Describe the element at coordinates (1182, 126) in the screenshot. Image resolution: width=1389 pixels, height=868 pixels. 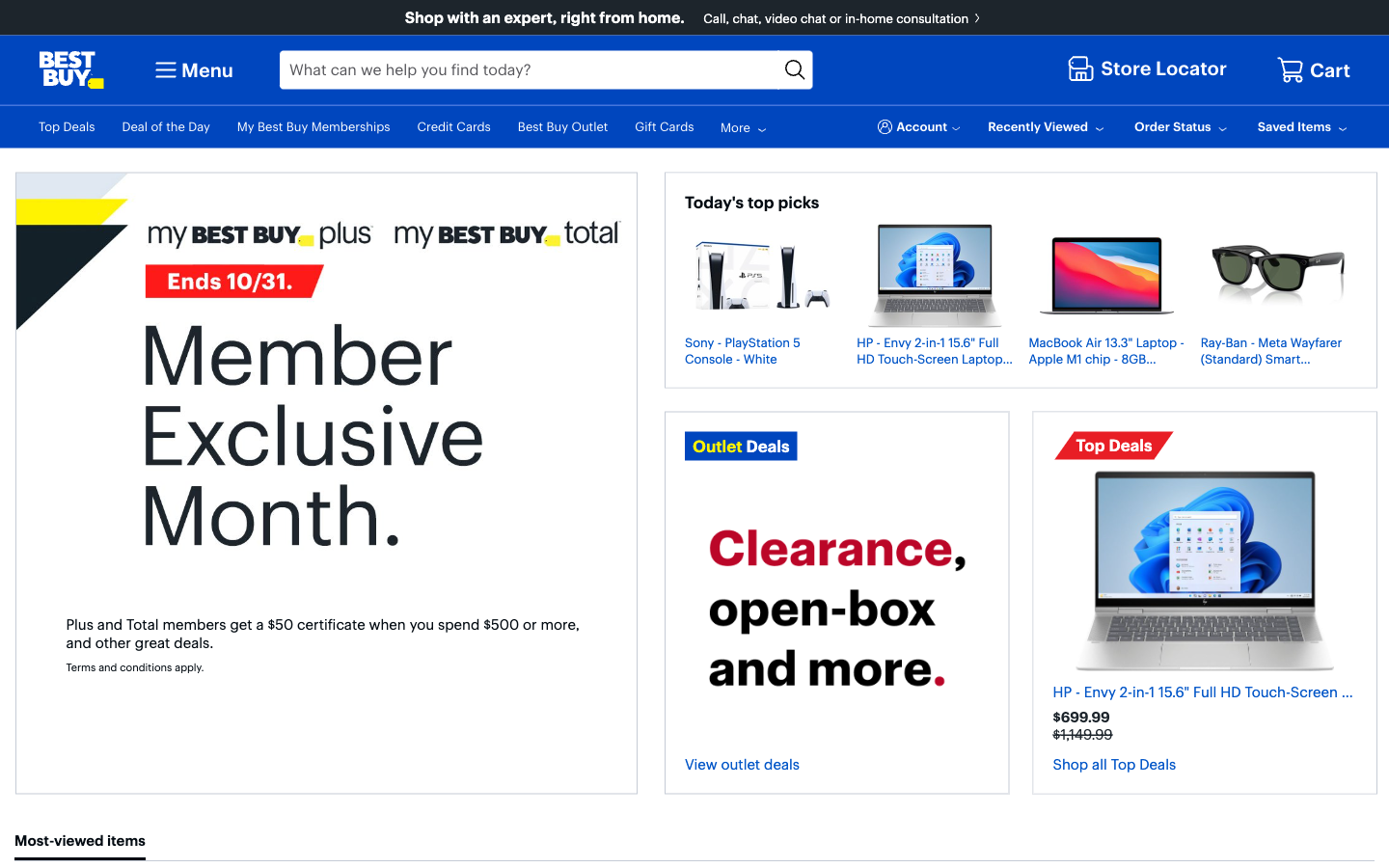
I see `Verify the status of the most recent order` at that location.